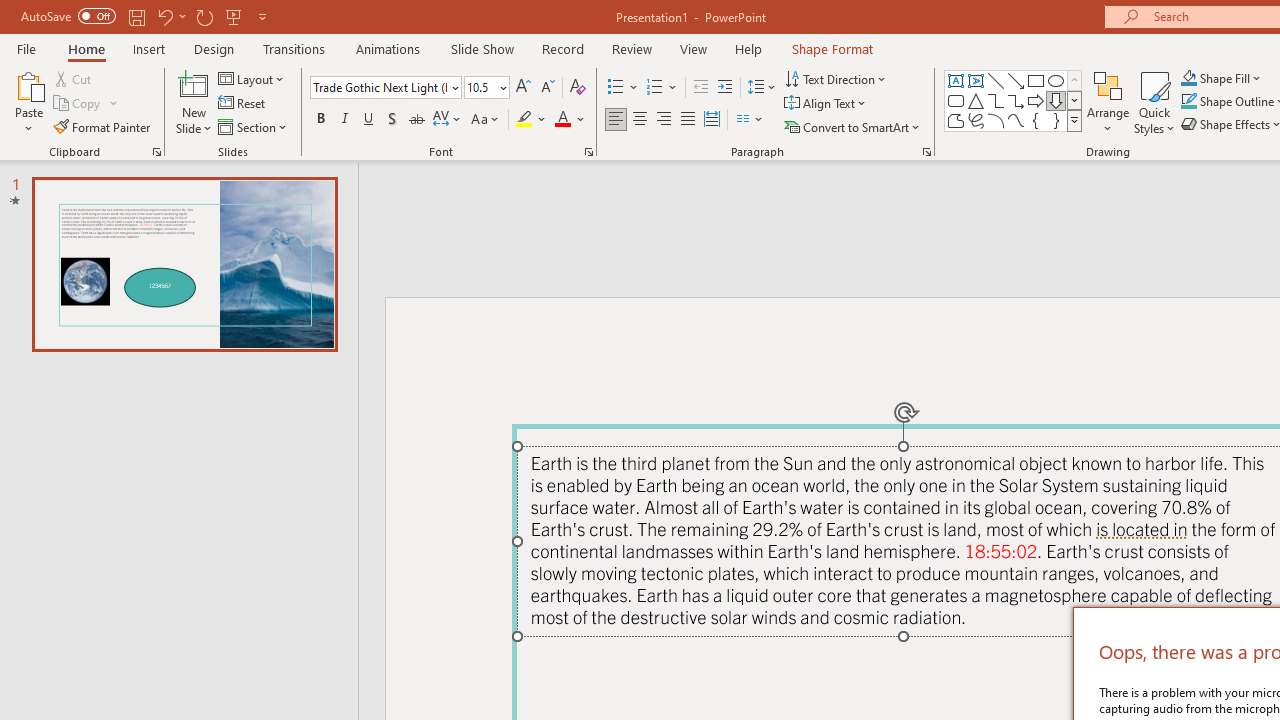 Image resolution: width=1280 pixels, height=720 pixels. What do you see at coordinates (693, 48) in the screenshot?
I see `'View'` at bounding box center [693, 48].